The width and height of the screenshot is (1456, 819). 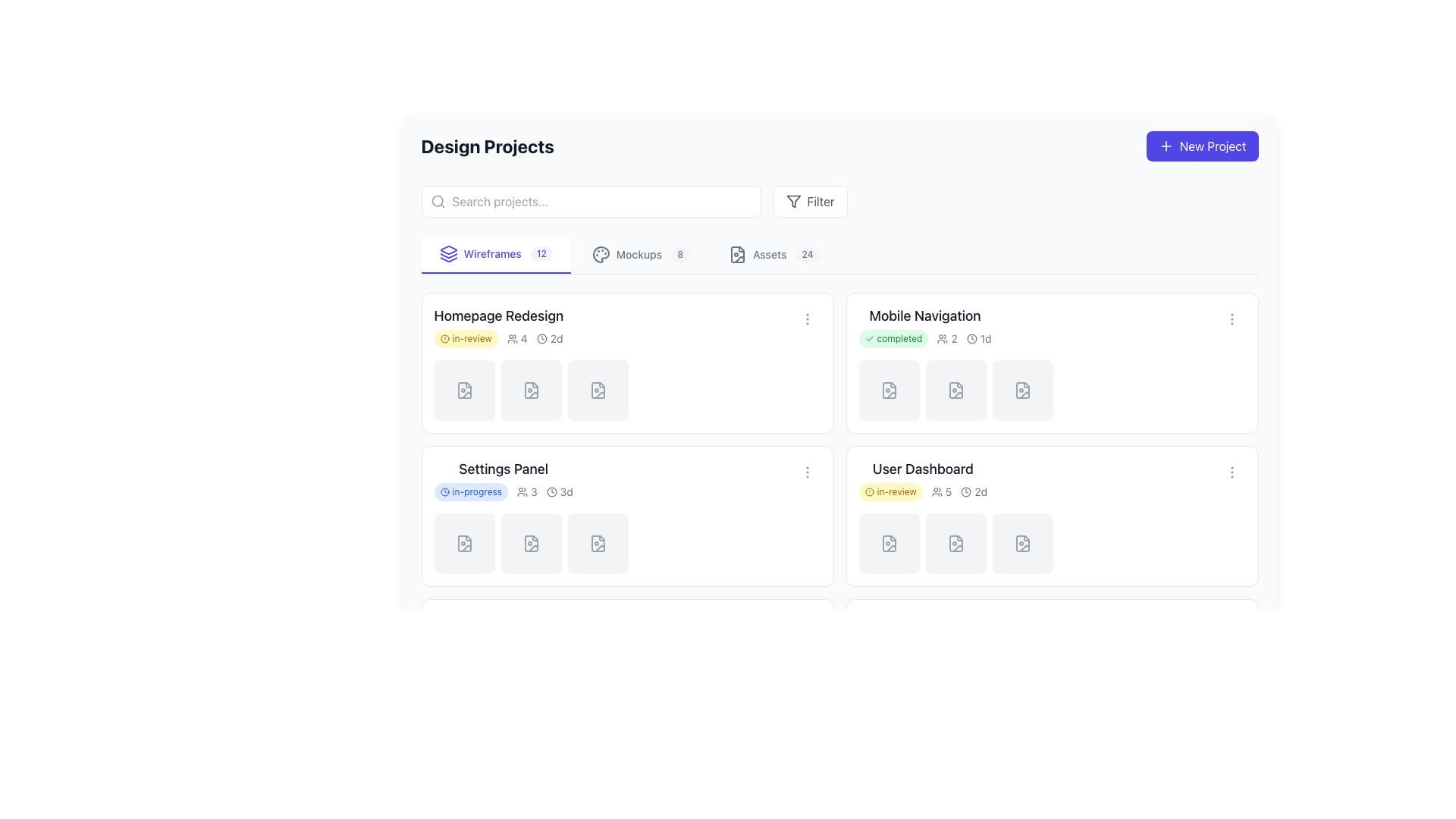 I want to click on the filter button located in the top-right area of the central search and filter bar, so click(x=839, y=201).